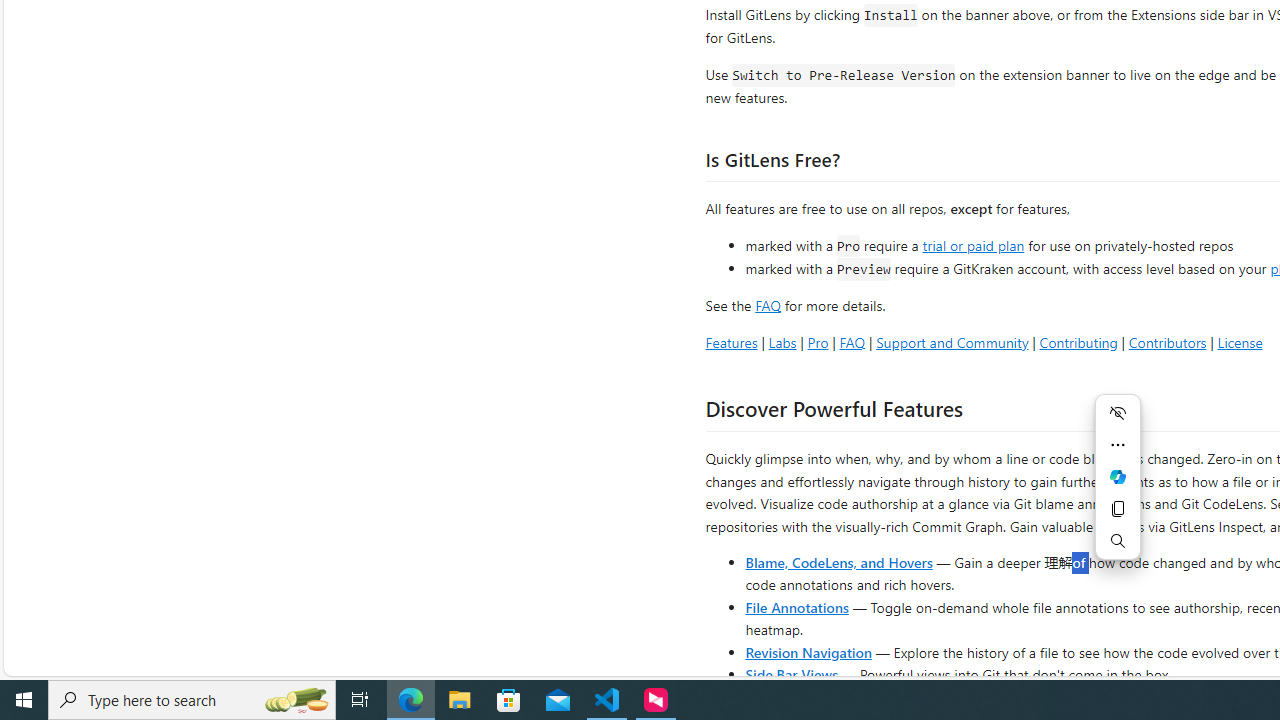 The width and height of the screenshot is (1280, 720). I want to click on 'License', so click(1239, 341).